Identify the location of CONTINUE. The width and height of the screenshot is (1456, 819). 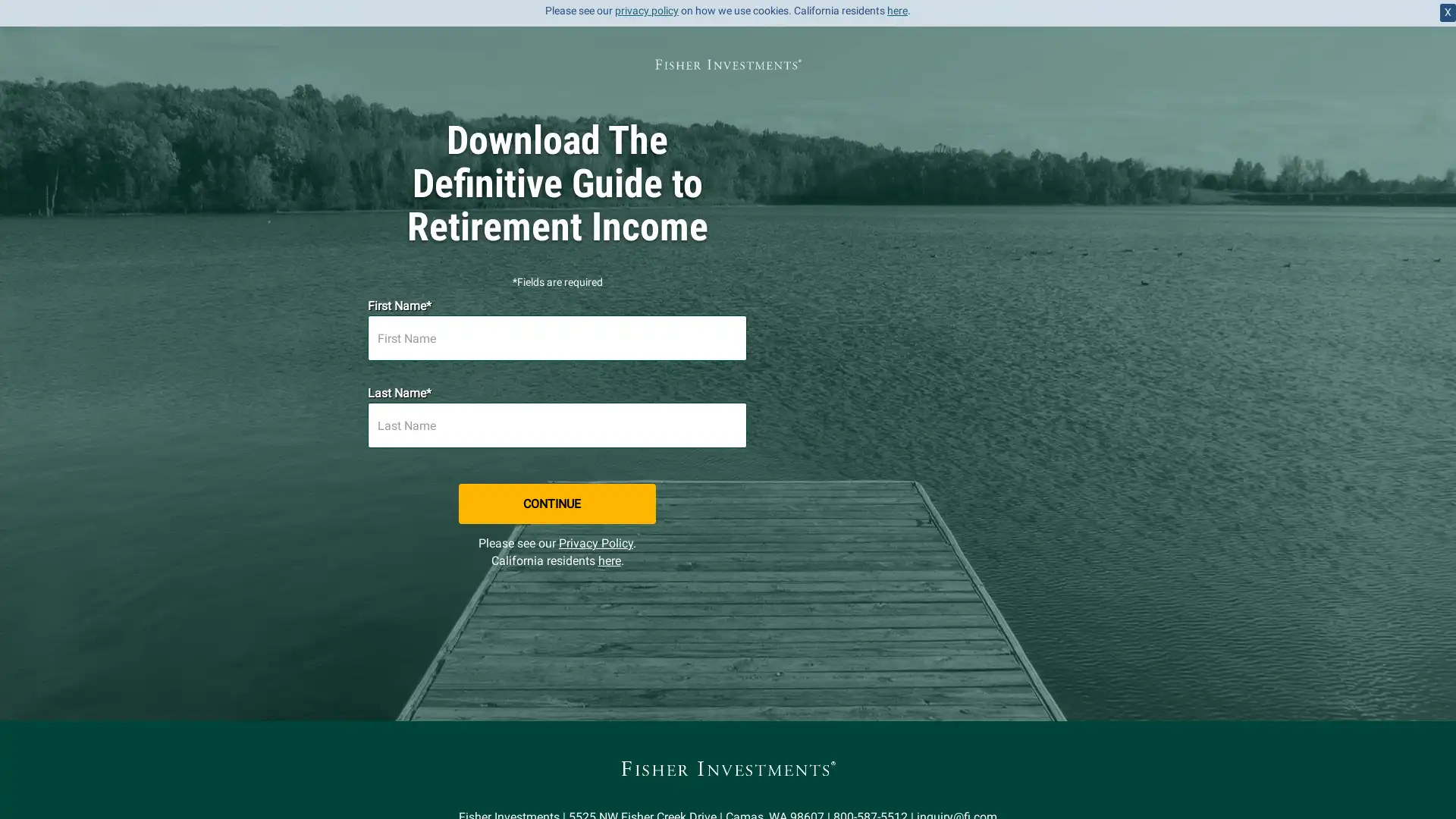
(728, 459).